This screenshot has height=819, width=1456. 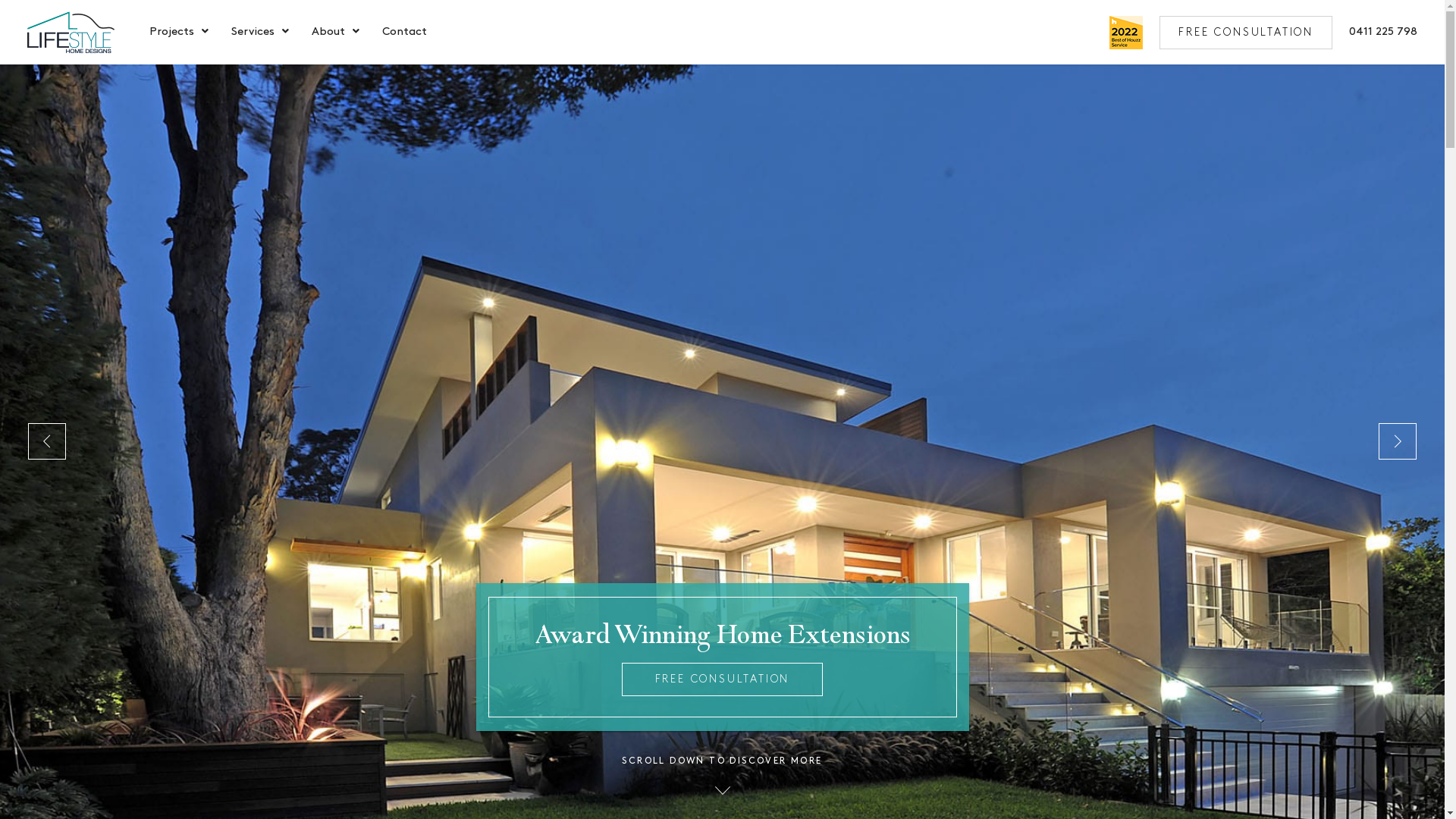 I want to click on 'Next Slide', so click(x=1397, y=441).